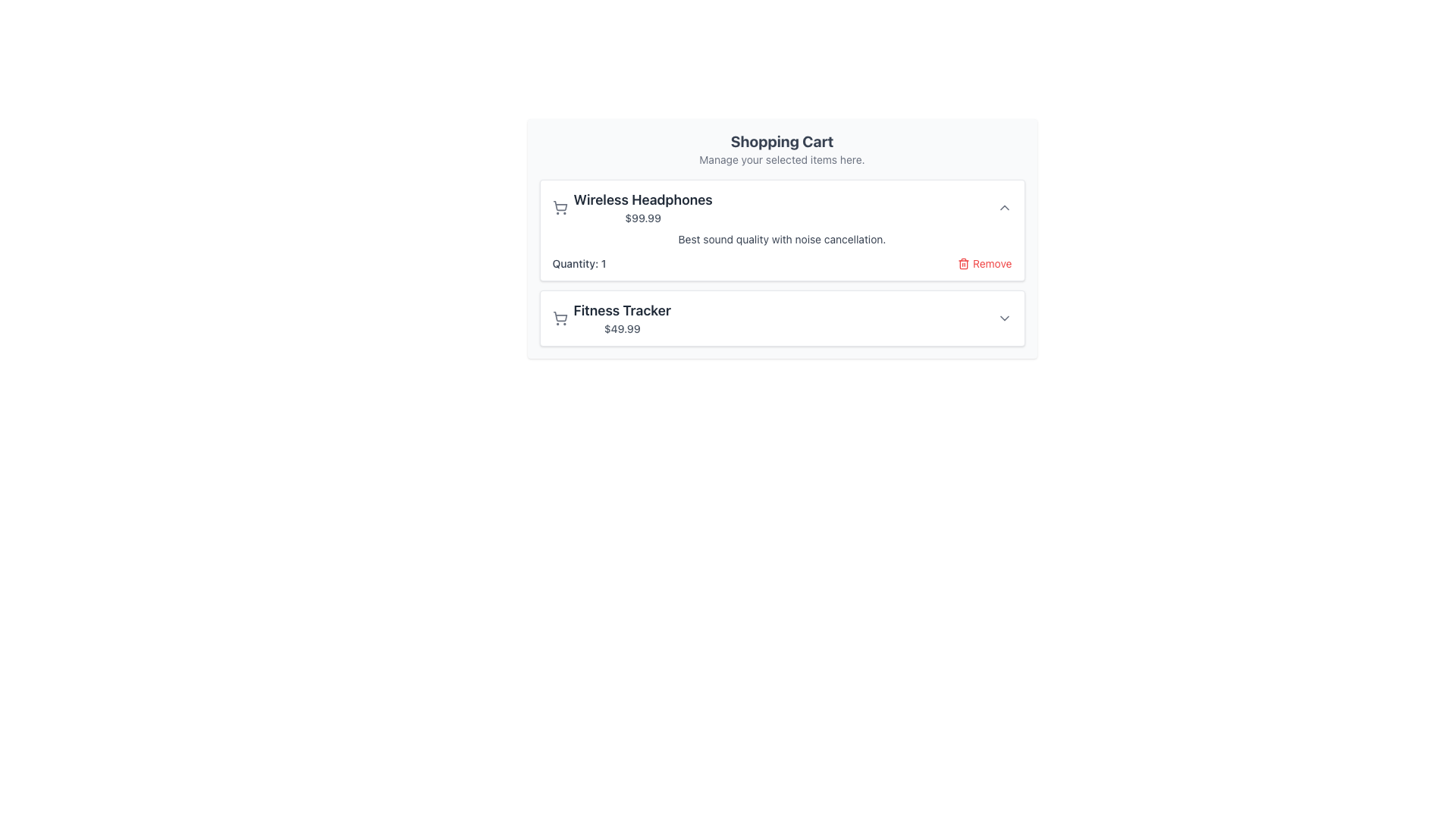  I want to click on the shopping cart icon, which is a gray outlined icon located to the left of the text 'Fitness Tracker $49.99' in the shopping cart list, so click(559, 318).